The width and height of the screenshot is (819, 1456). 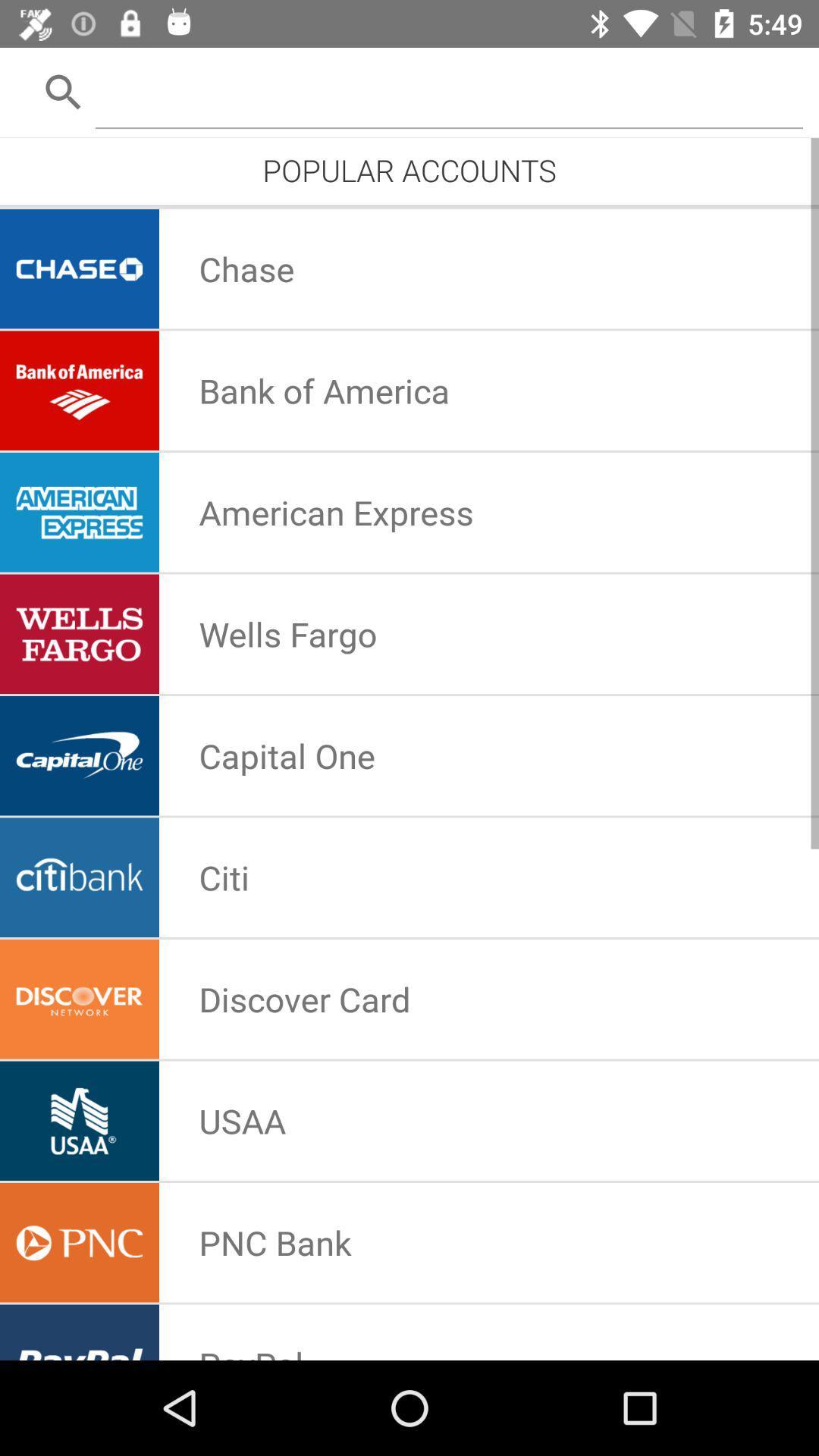 I want to click on app below citi item, so click(x=304, y=999).